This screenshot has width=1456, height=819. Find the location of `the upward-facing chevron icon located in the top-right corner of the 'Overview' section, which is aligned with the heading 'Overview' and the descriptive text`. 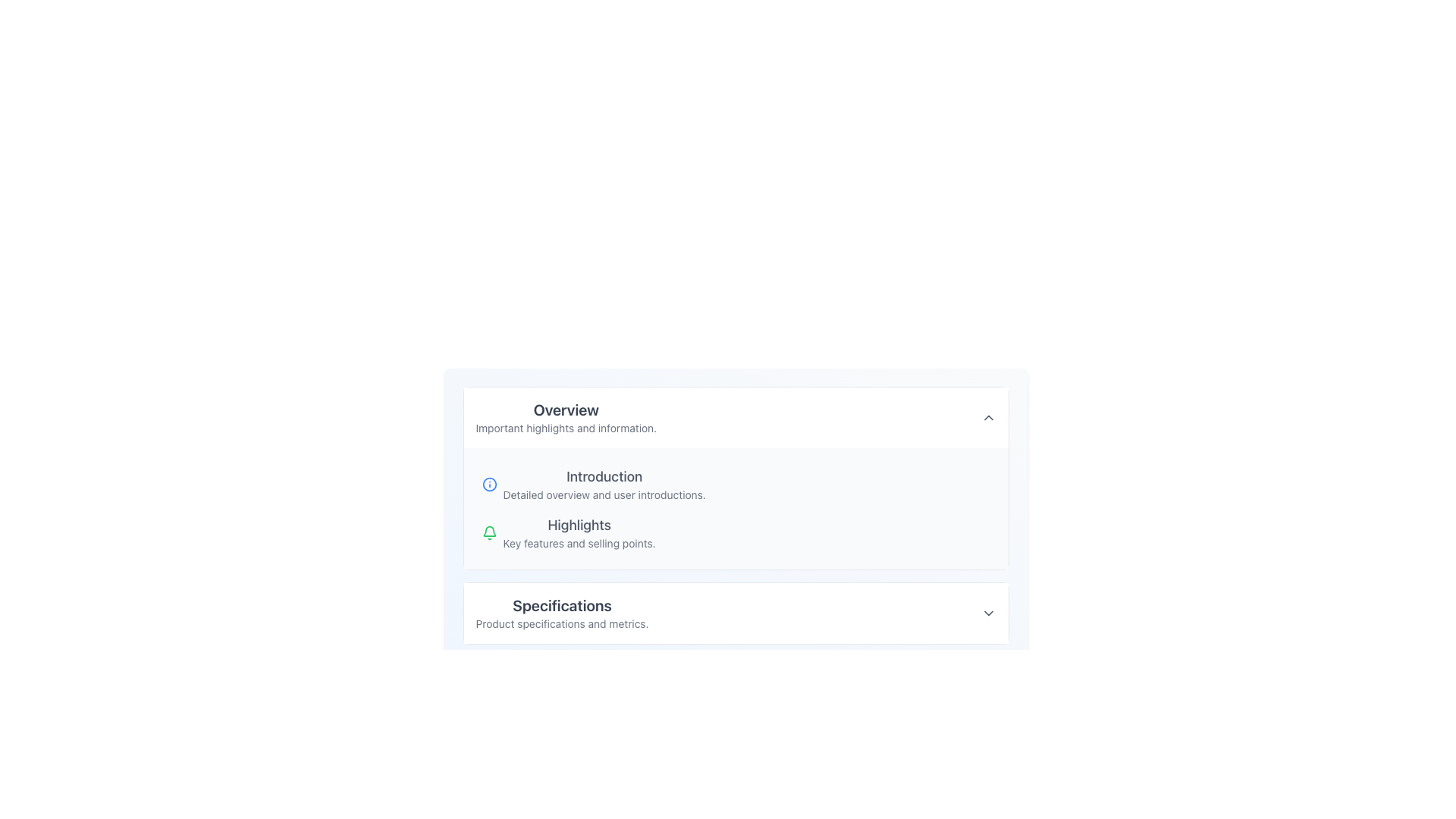

the upward-facing chevron icon located in the top-right corner of the 'Overview' section, which is aligned with the heading 'Overview' and the descriptive text is located at coordinates (988, 418).